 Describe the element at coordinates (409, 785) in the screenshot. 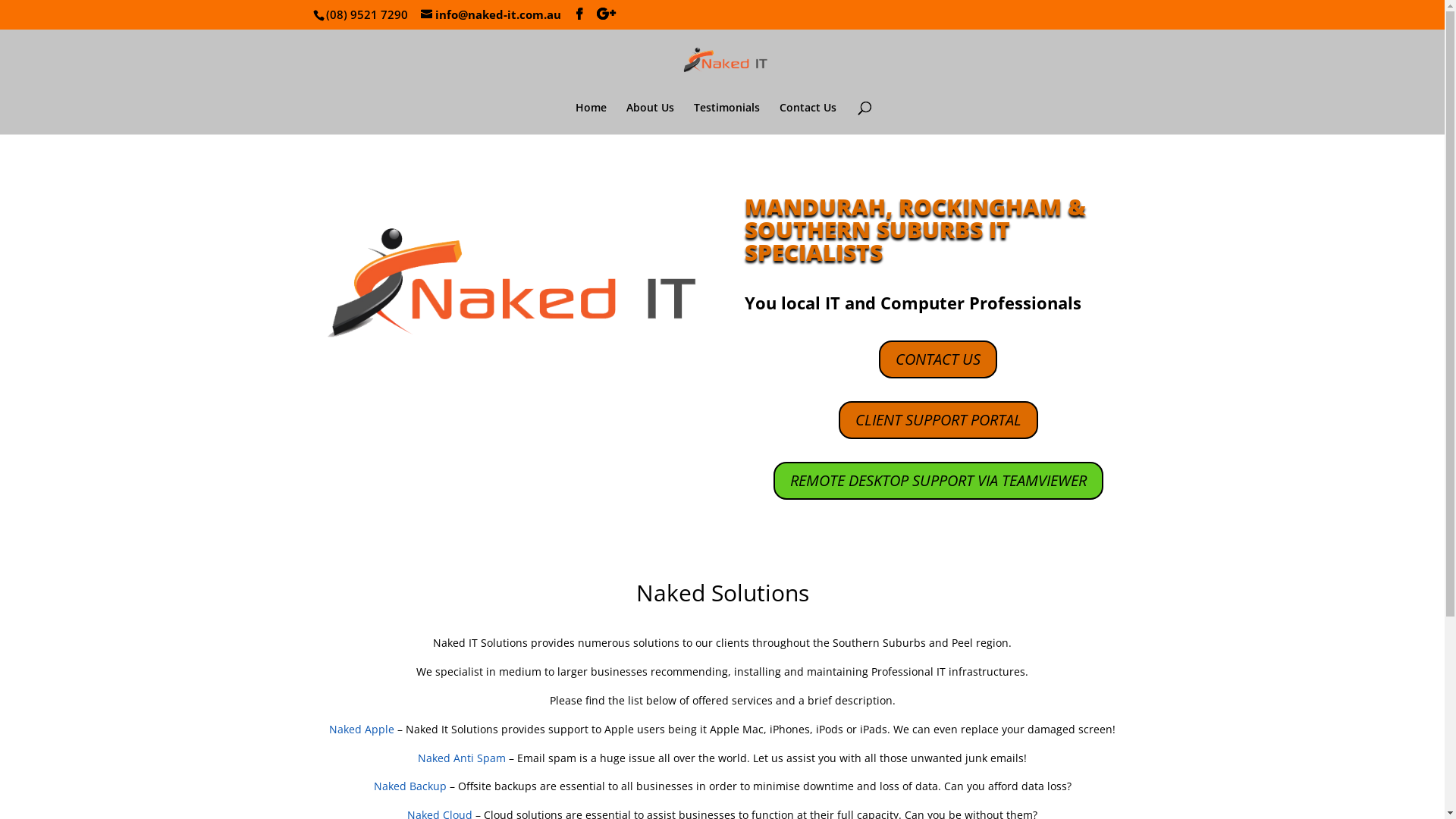

I see `'Naked Backup'` at that location.